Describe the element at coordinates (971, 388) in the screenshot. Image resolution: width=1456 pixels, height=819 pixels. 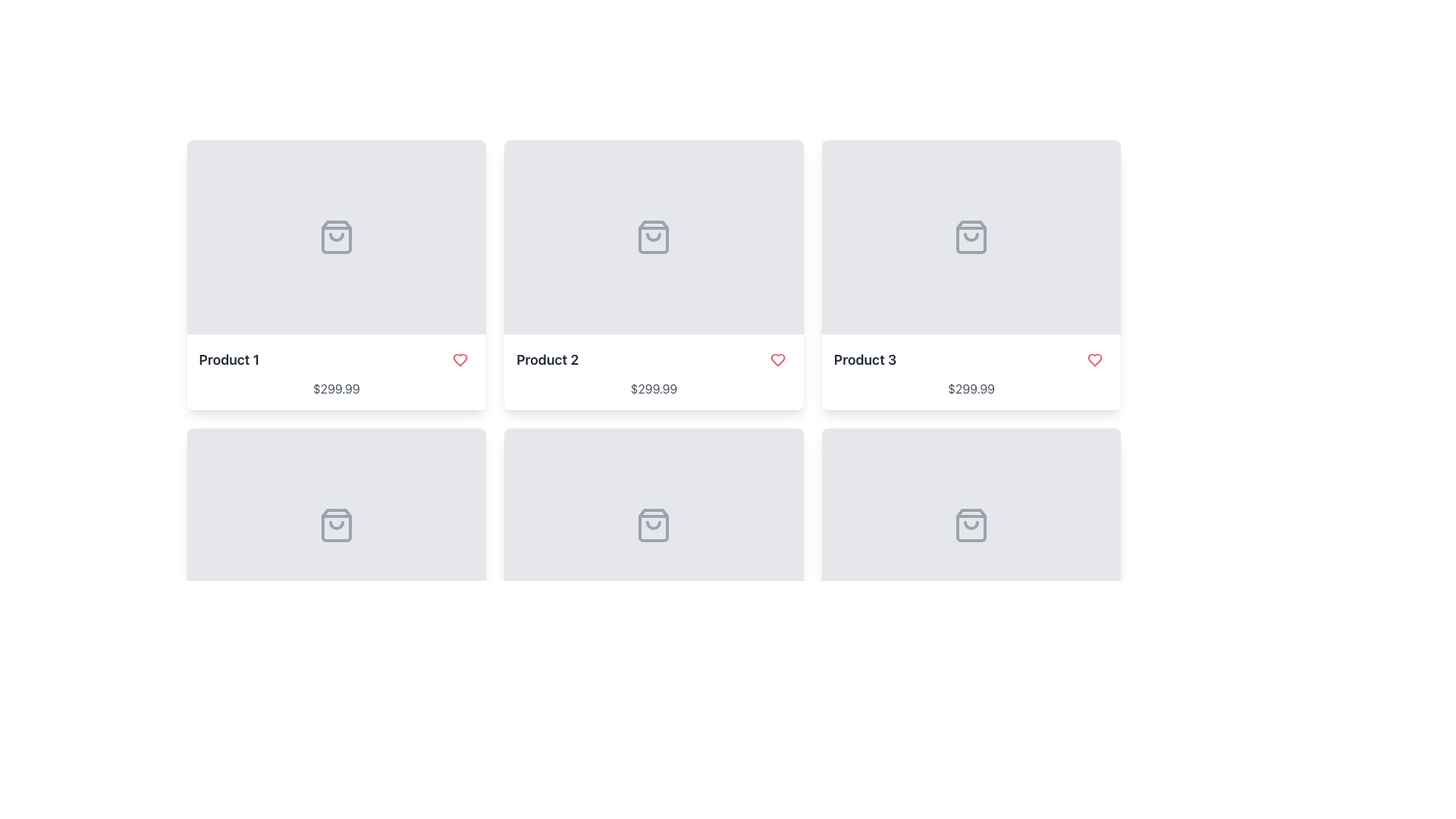
I see `the price label for 'Product 3' located beneath its name, aligned with adjacent price labels for 'Product 1' and 'Product 2'` at that location.